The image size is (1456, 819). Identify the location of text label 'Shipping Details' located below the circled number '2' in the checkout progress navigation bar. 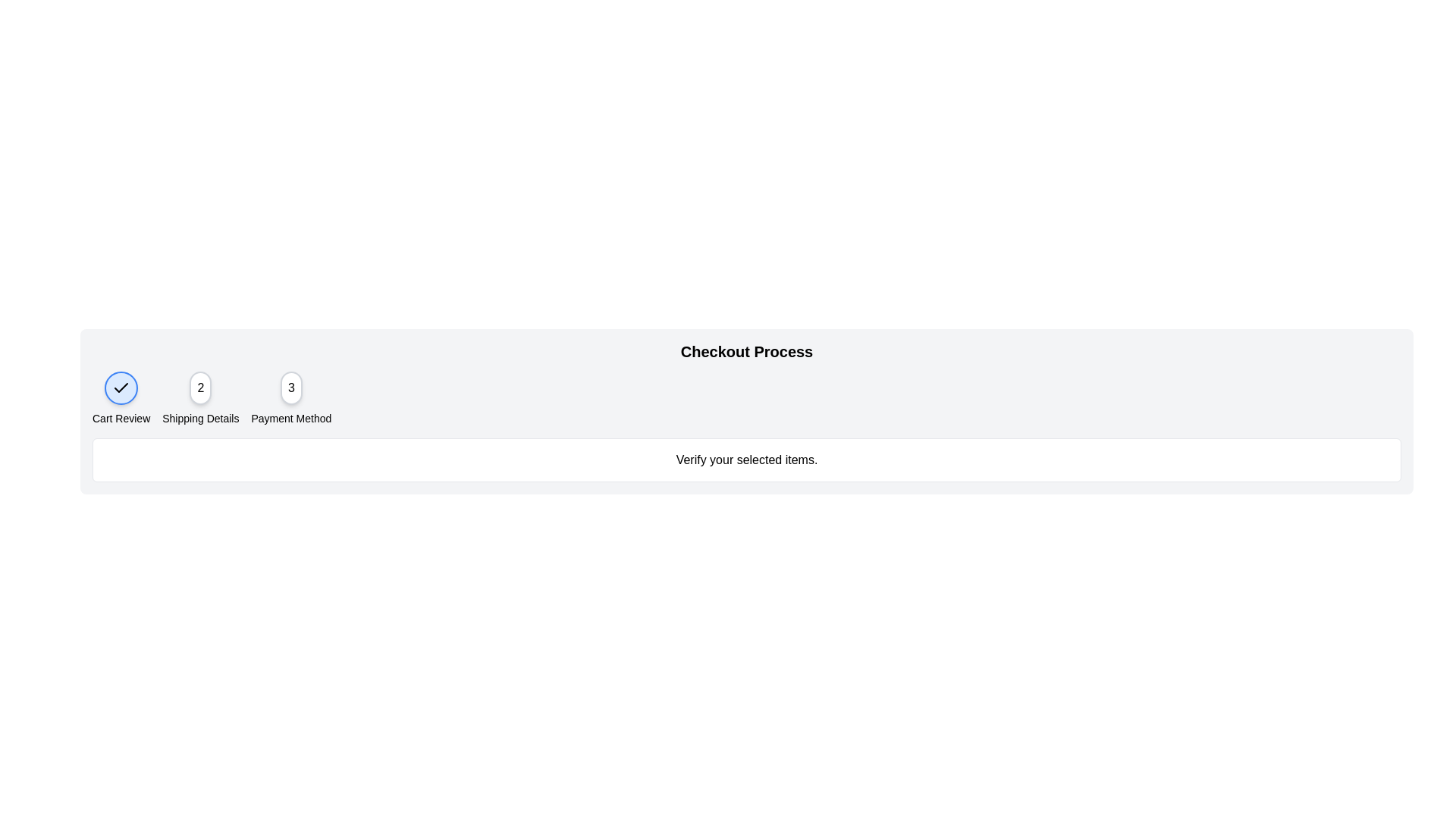
(199, 418).